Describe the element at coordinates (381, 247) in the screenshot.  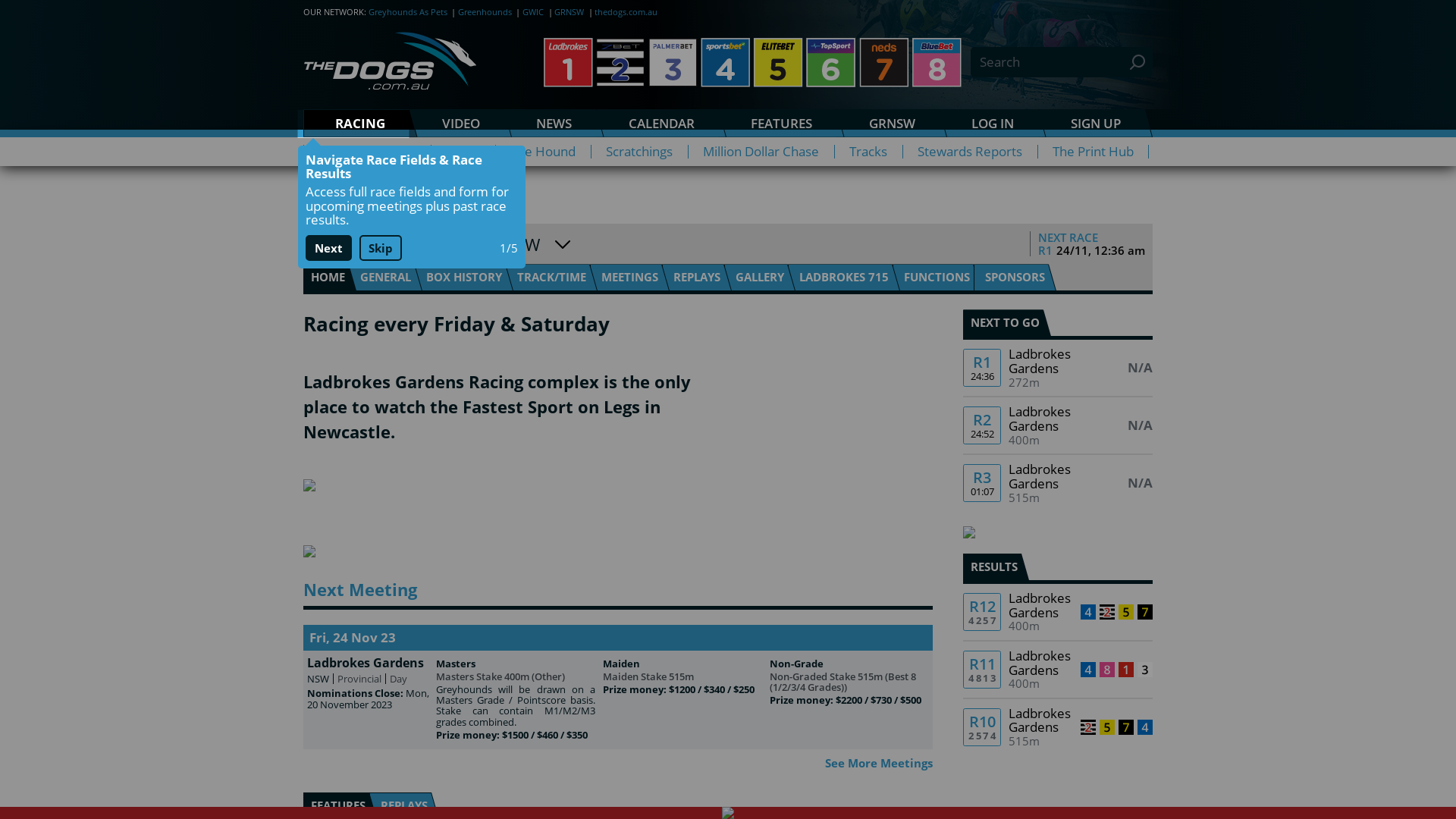
I see `'Skip'` at that location.